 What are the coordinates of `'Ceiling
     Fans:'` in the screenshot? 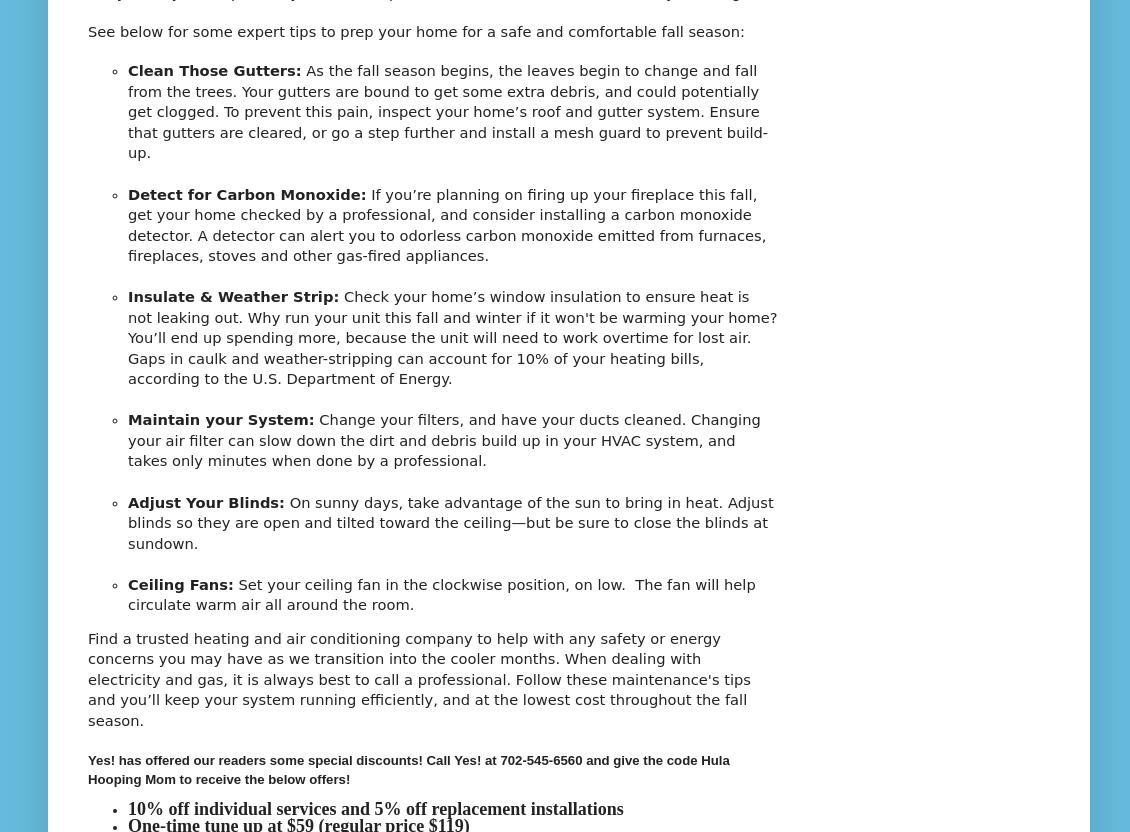 It's located at (180, 582).